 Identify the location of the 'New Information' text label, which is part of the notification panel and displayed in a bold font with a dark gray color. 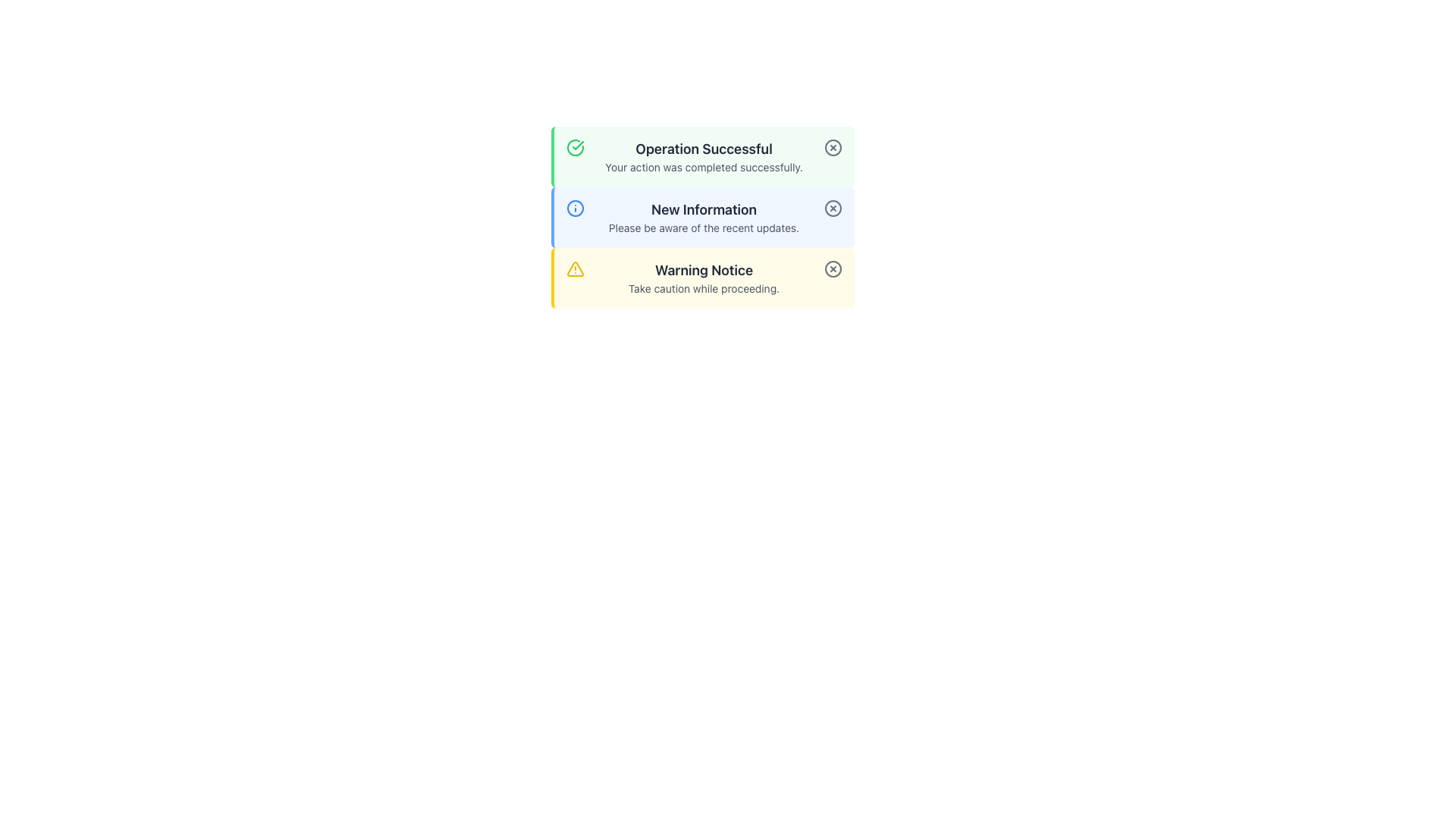
(703, 210).